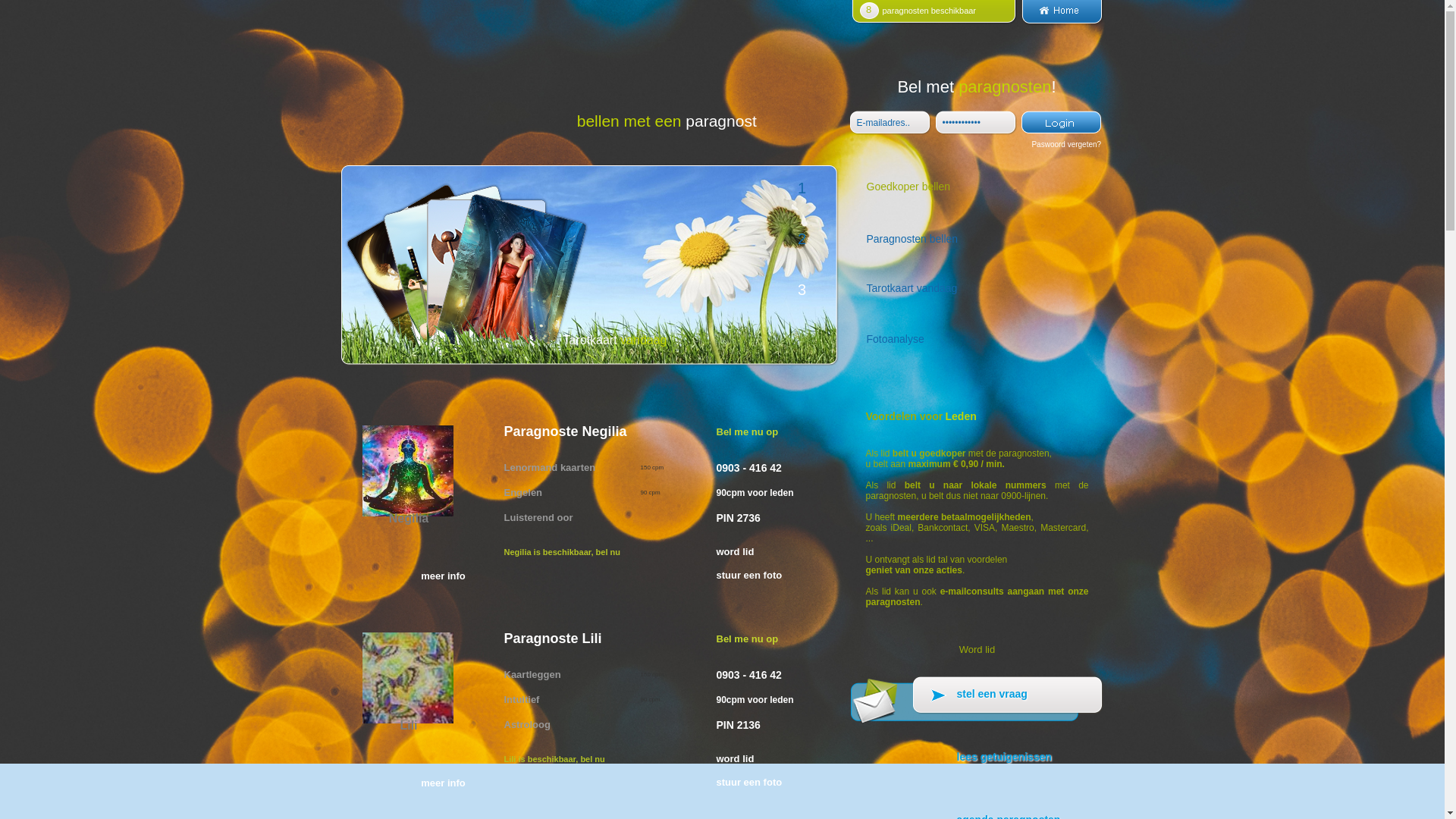 This screenshot has height=819, width=1456. Describe the element at coordinates (851, 190) in the screenshot. I see `'Goedkoper bellen'` at that location.